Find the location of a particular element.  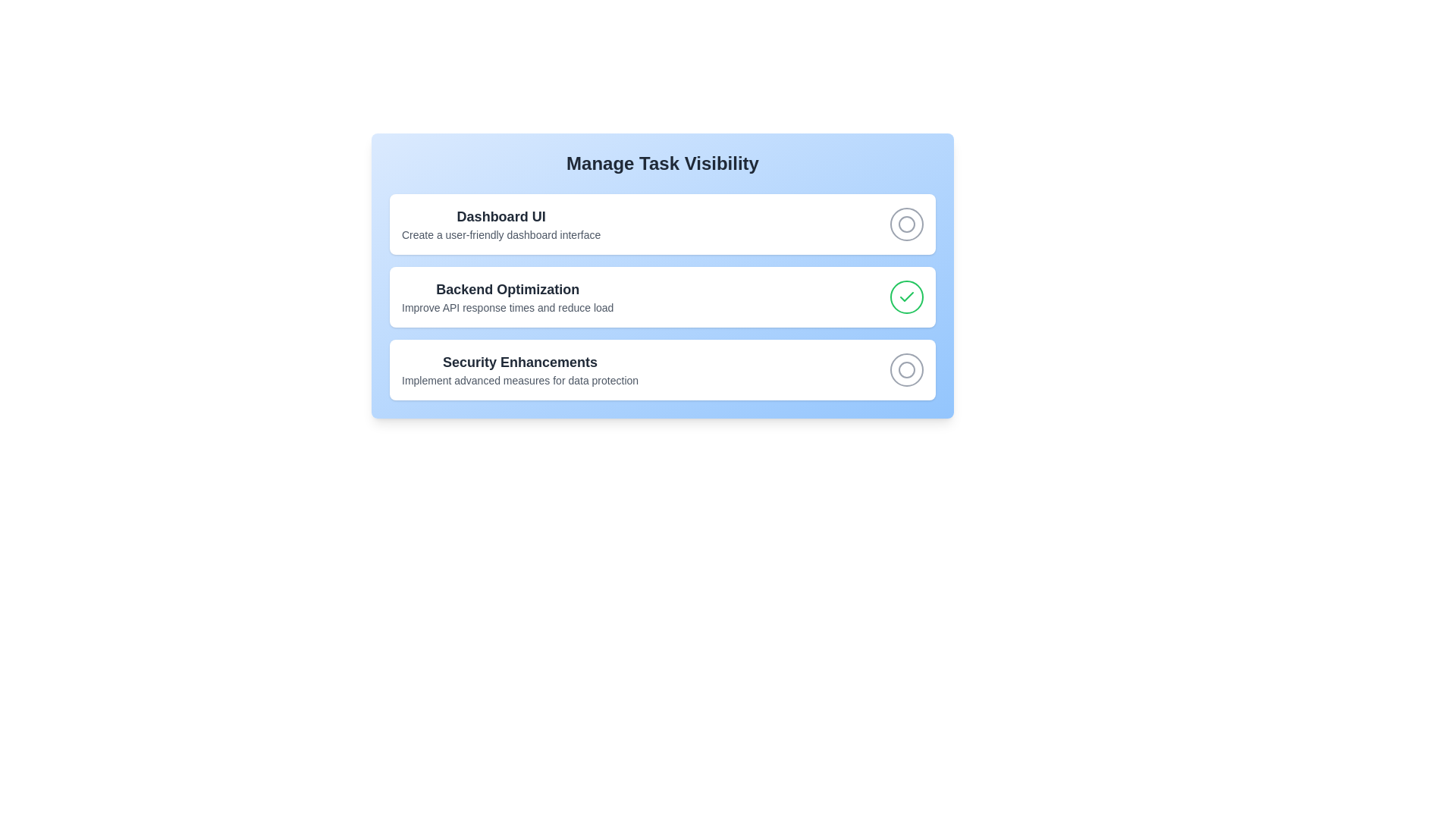

the selectable circular toggle icon located at the far right of the top card under the 'Dashboard UI' heading is located at coordinates (906, 224).